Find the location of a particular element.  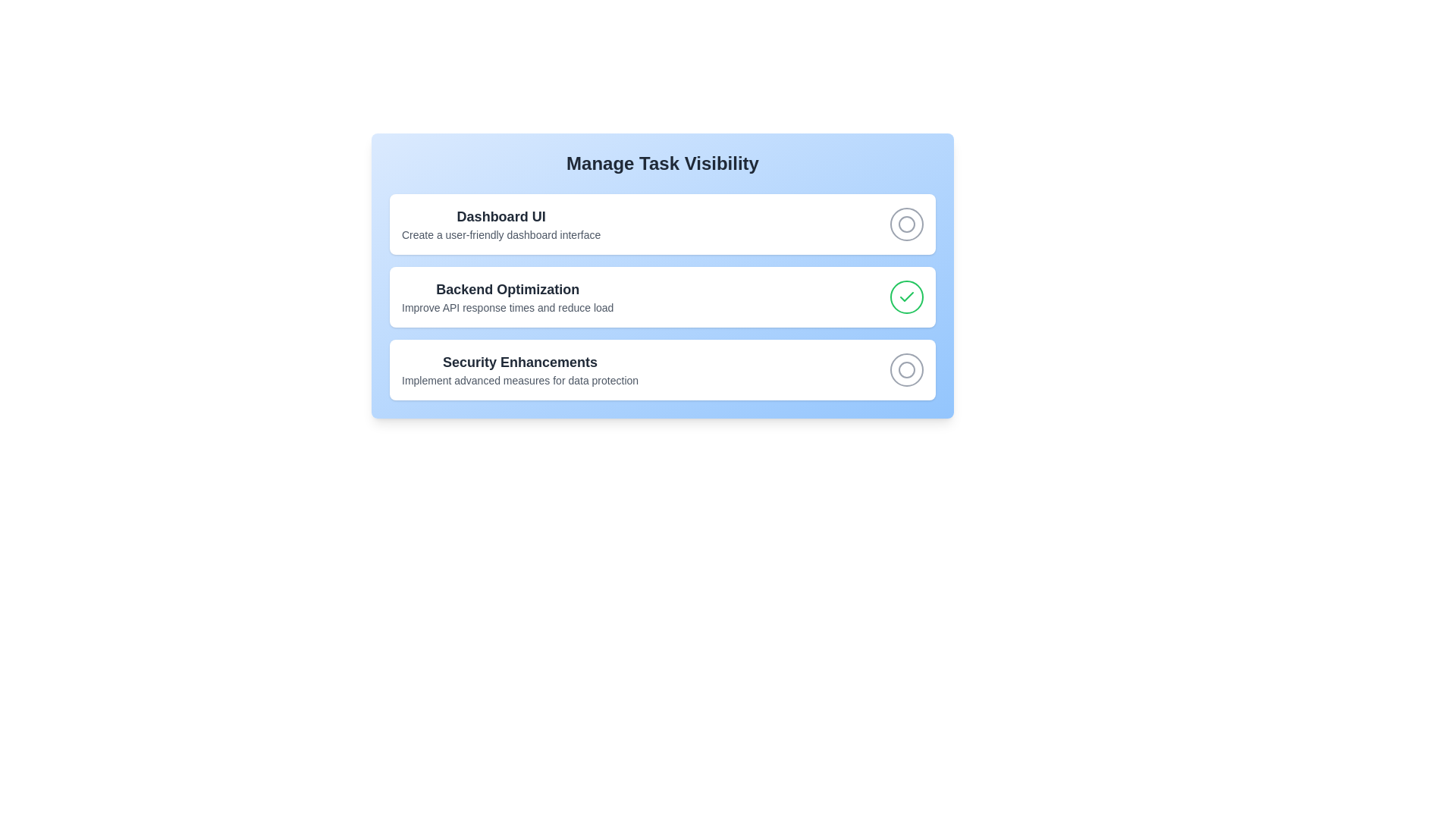

the selectable circular toggle icon located at the far right of the top card under the 'Dashboard UI' heading is located at coordinates (906, 224).